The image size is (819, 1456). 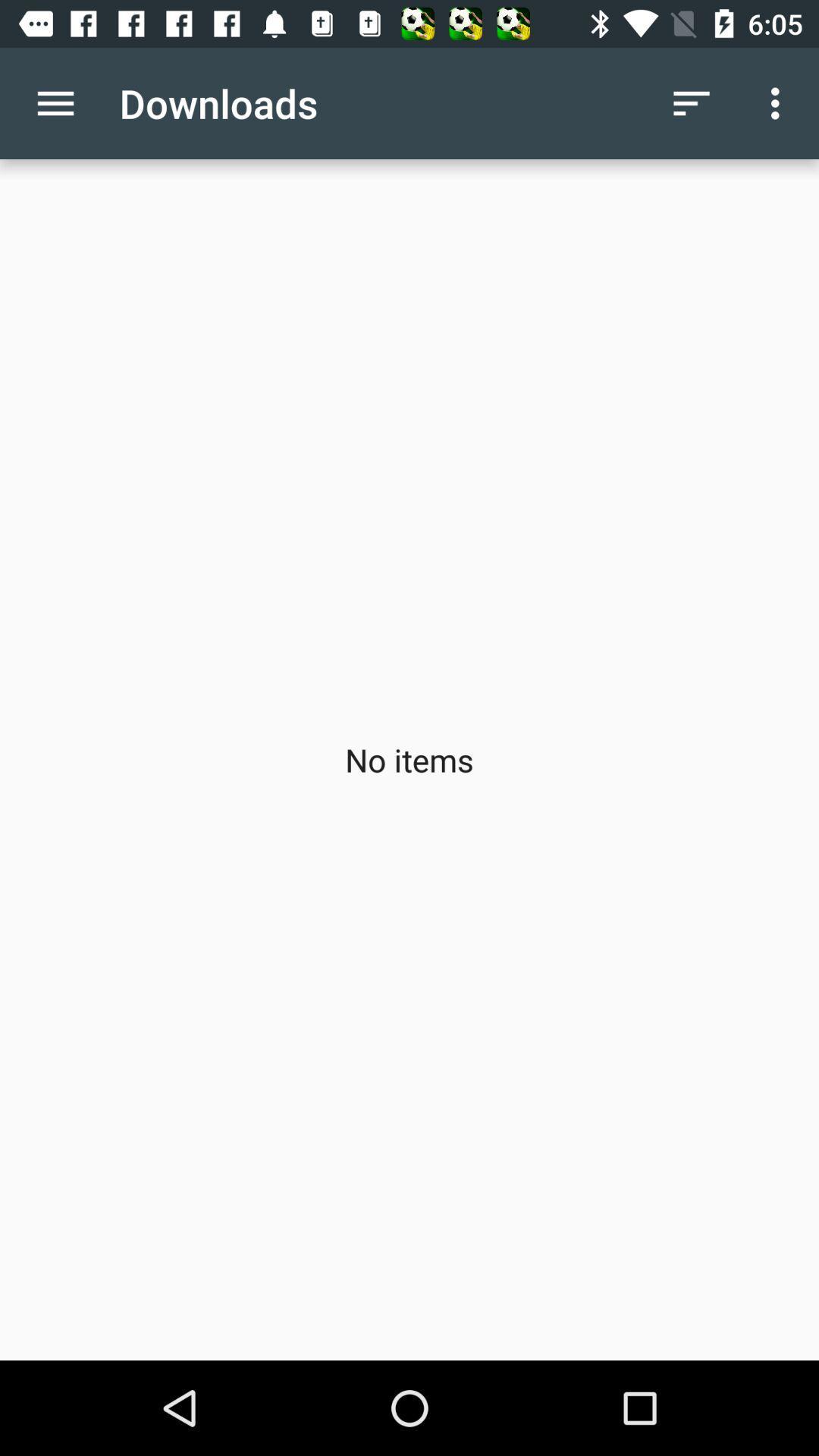 I want to click on the item above no items icon, so click(x=55, y=102).